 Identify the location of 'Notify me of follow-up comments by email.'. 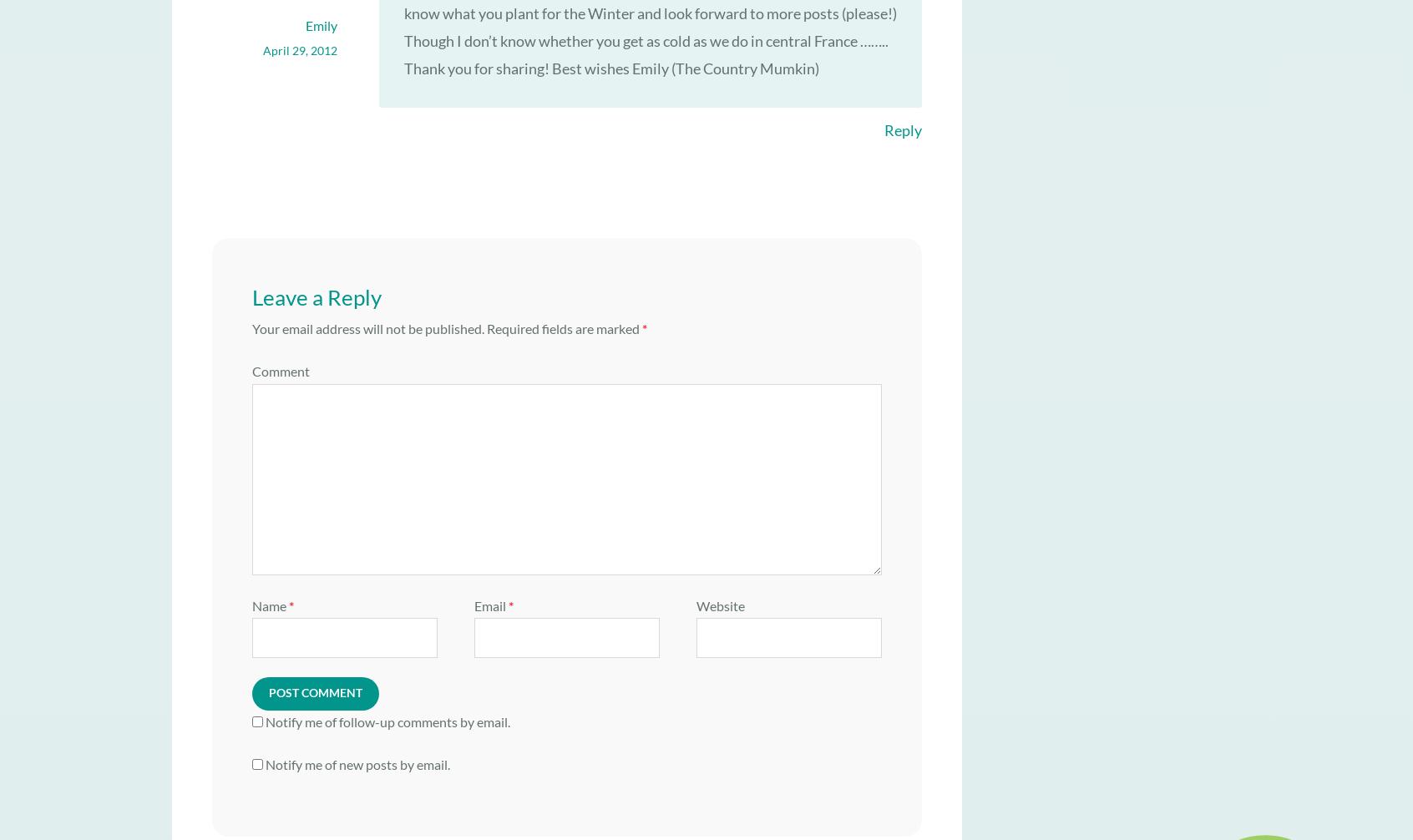
(387, 720).